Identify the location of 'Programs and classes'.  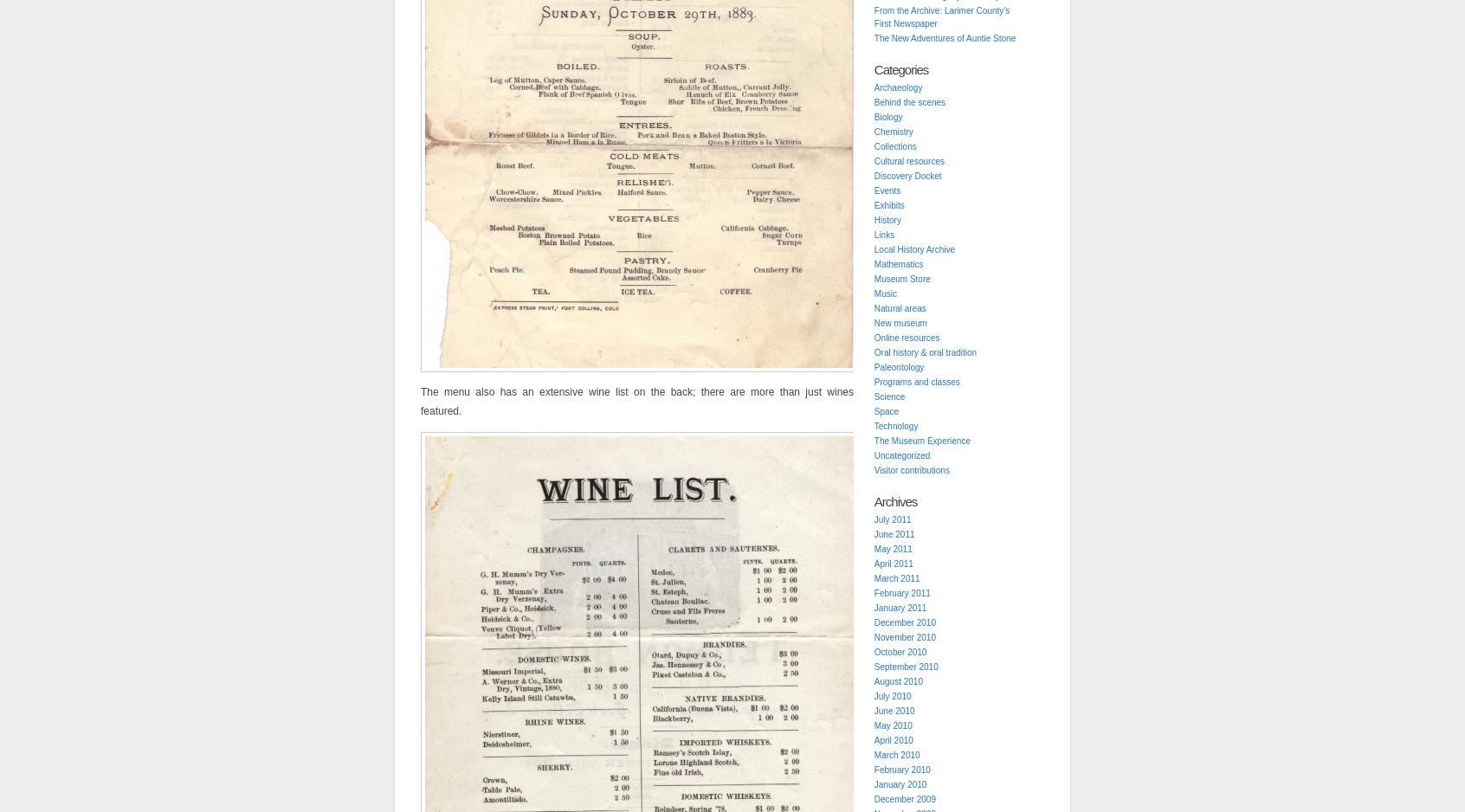
(916, 381).